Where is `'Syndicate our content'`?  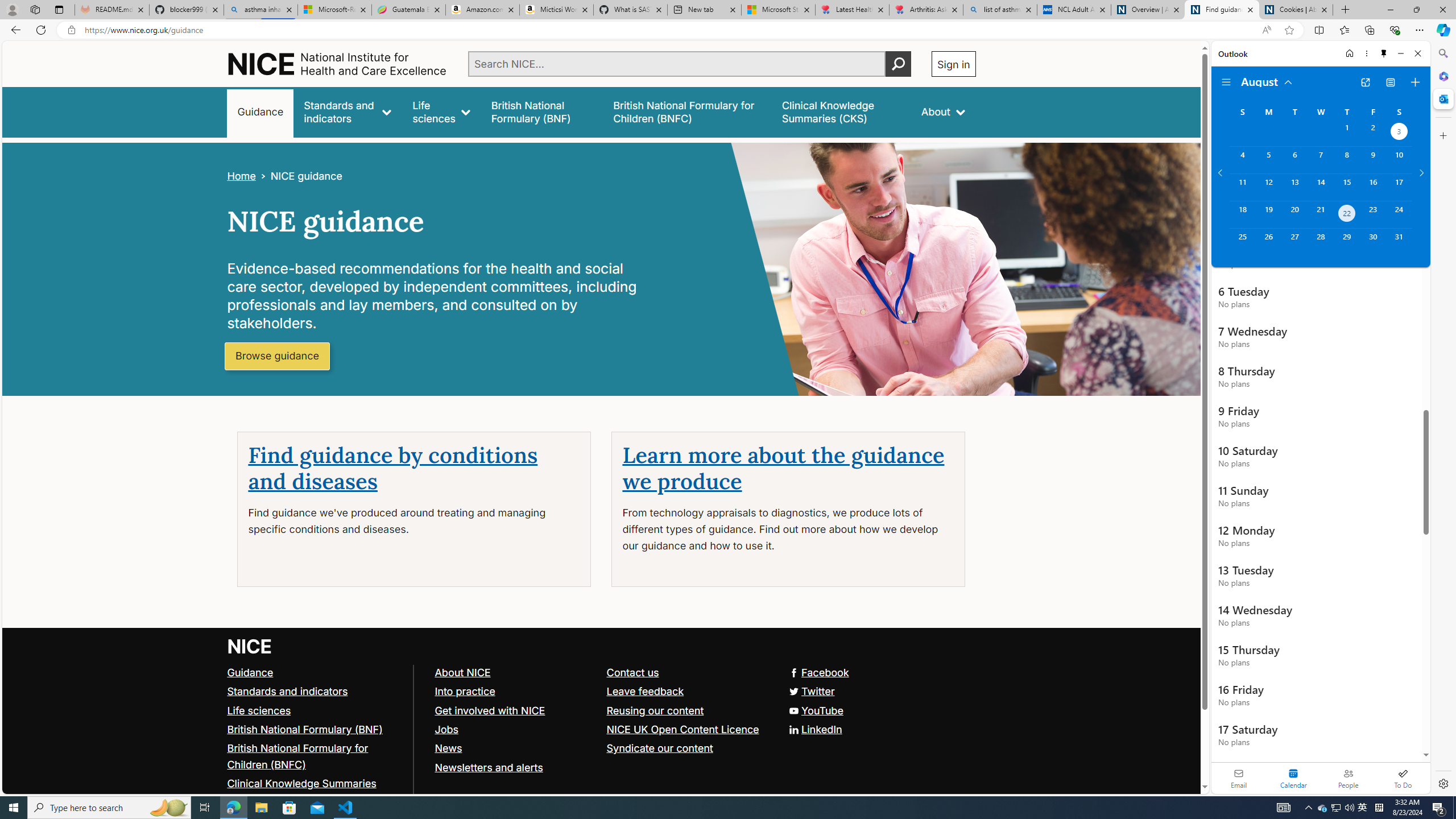
'Syndicate our content' is located at coordinates (659, 747).